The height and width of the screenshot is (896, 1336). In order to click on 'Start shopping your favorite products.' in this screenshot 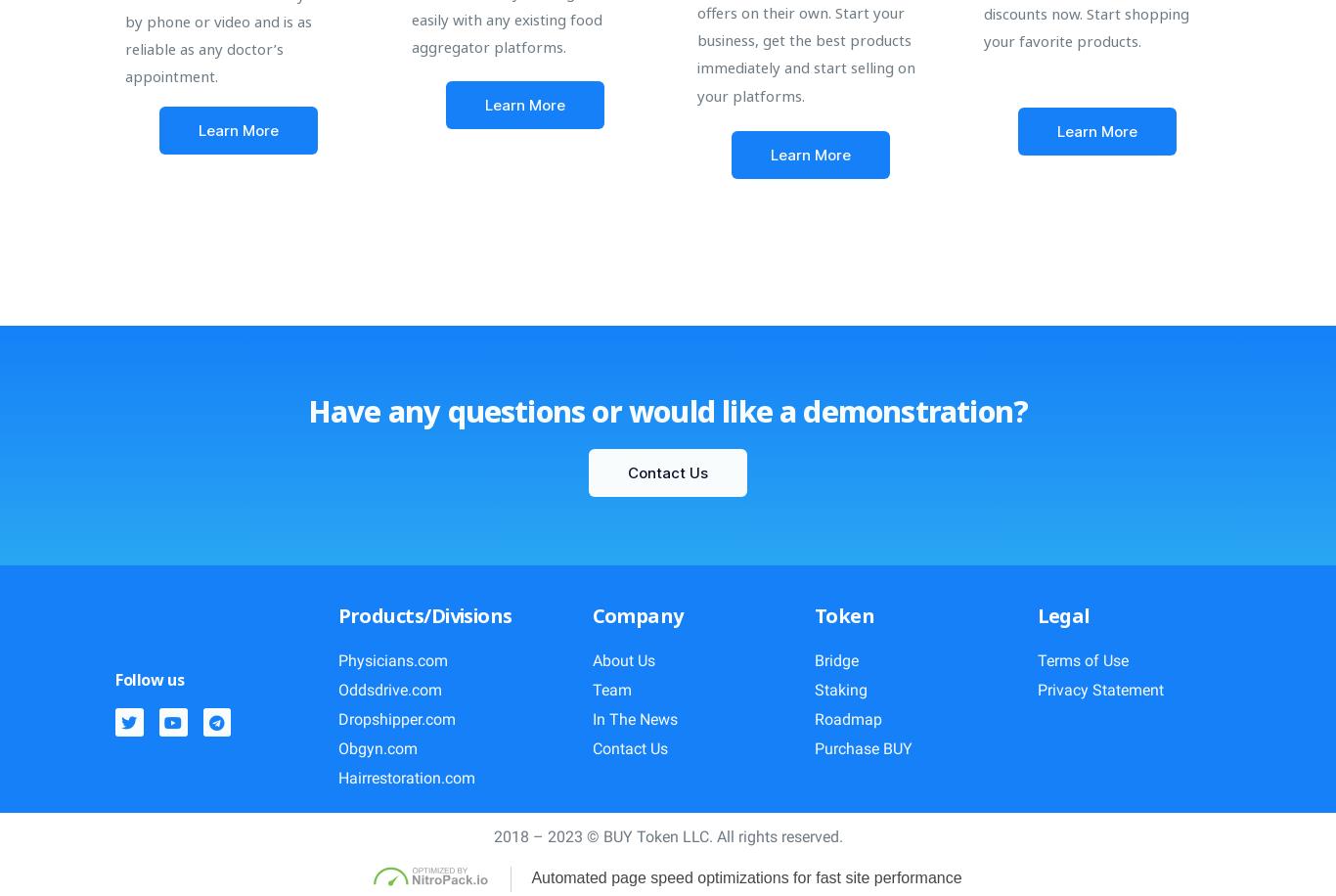, I will do `click(1085, 26)`.